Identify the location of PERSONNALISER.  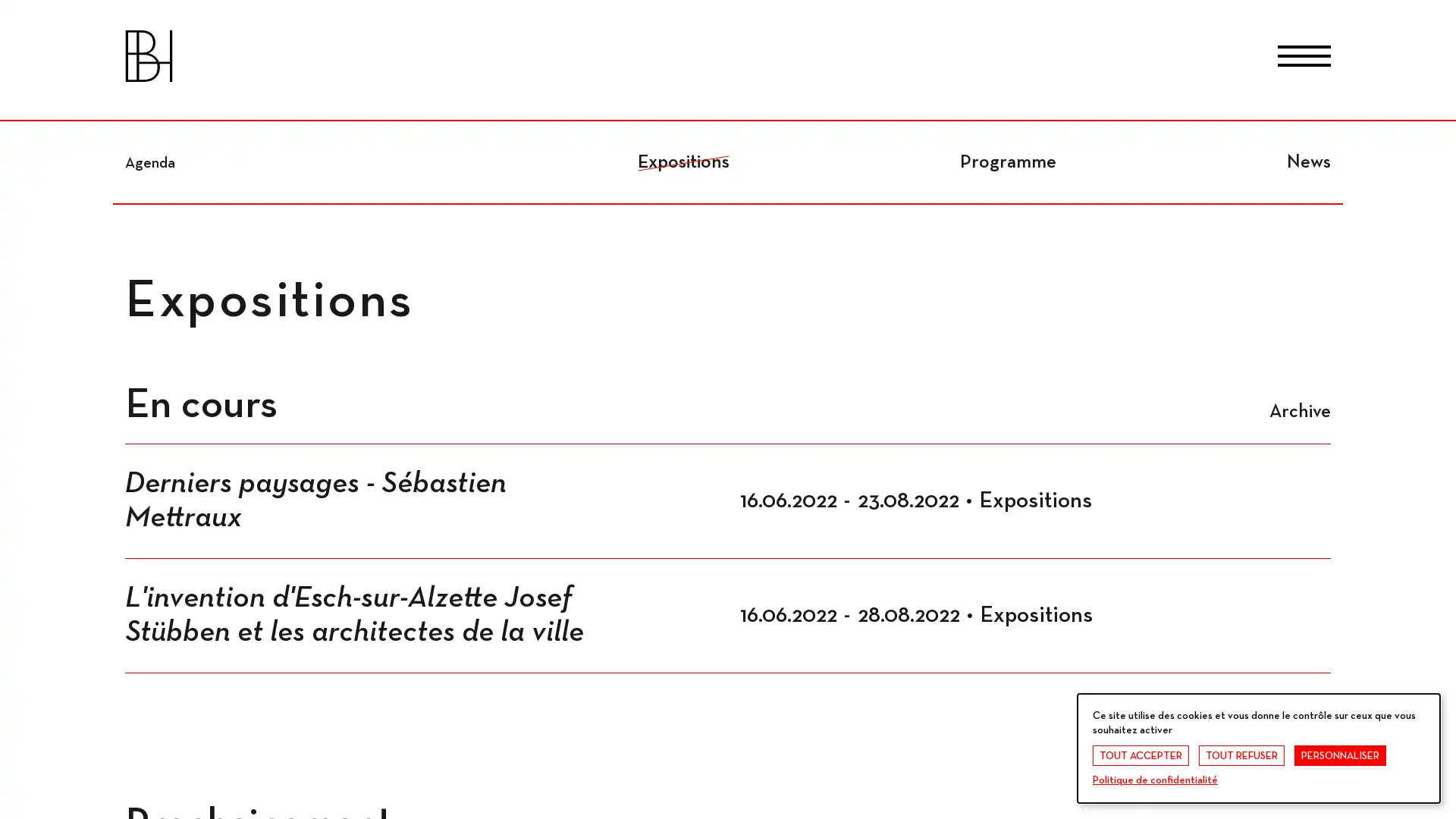
(1340, 755).